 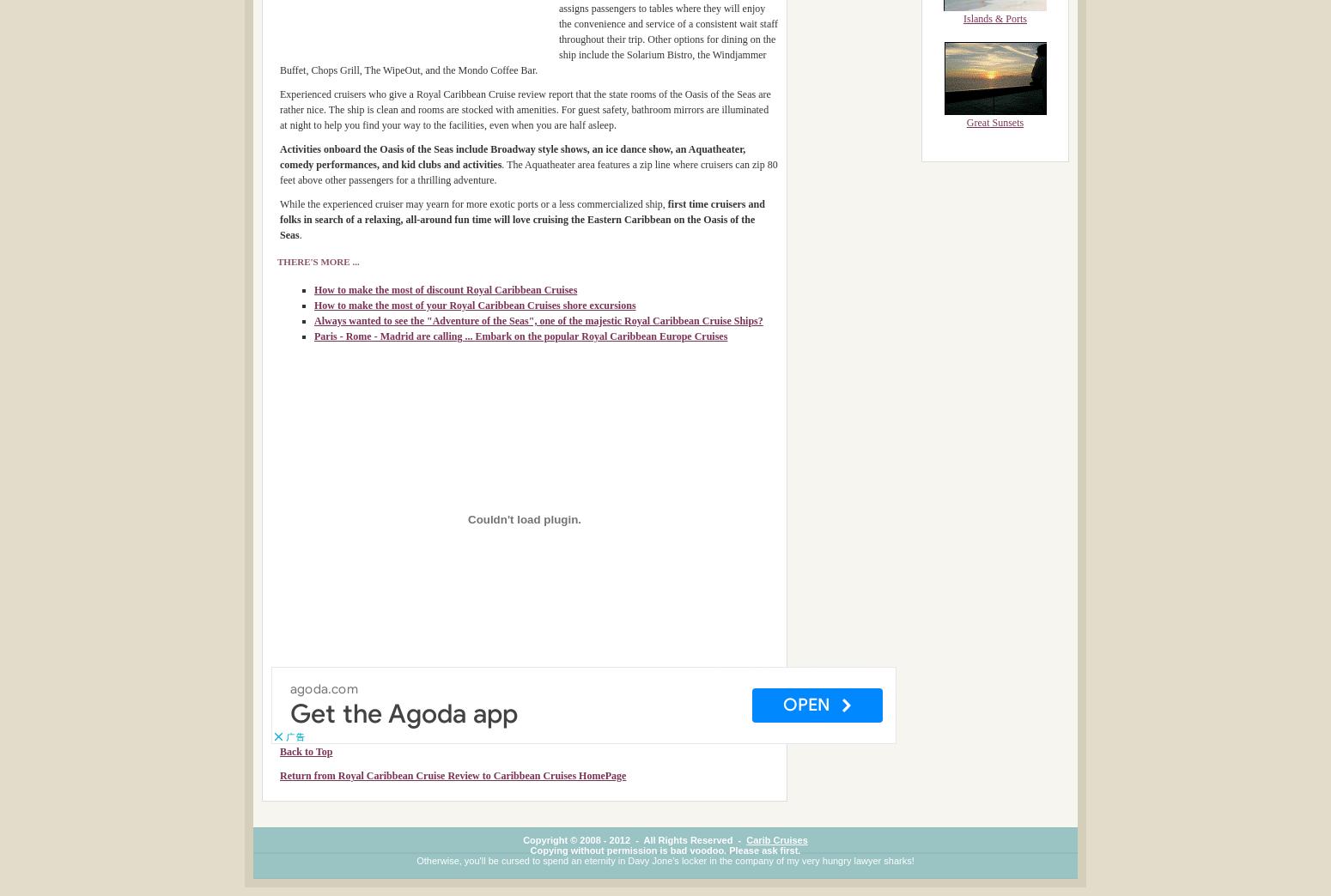 What do you see at coordinates (452, 775) in the screenshot?
I see `'Return from Royal Caribbean
Cruise Review to
Caribbean Cruises HomePage'` at bounding box center [452, 775].